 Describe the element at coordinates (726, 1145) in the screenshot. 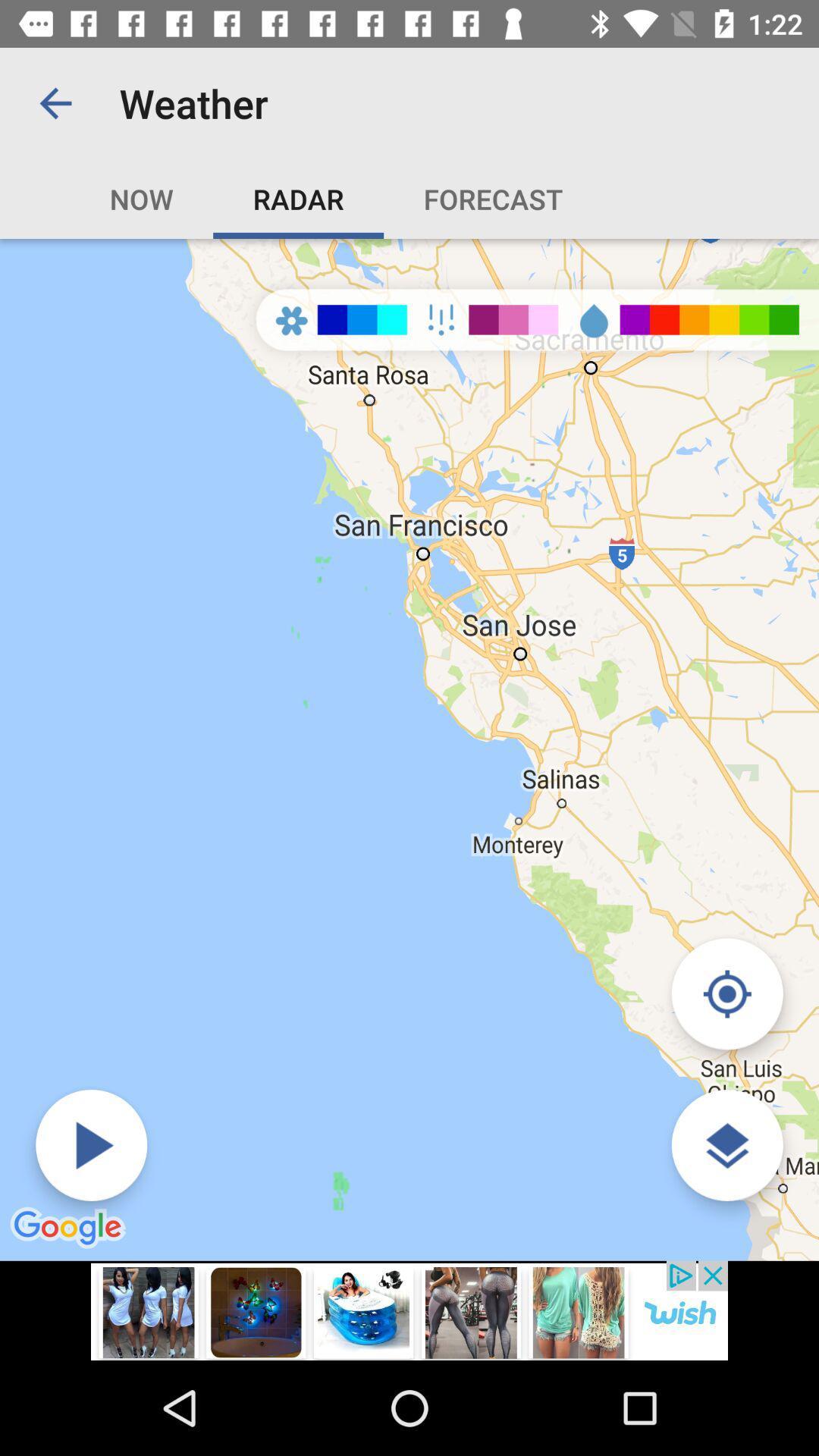

I see `open google map option` at that location.